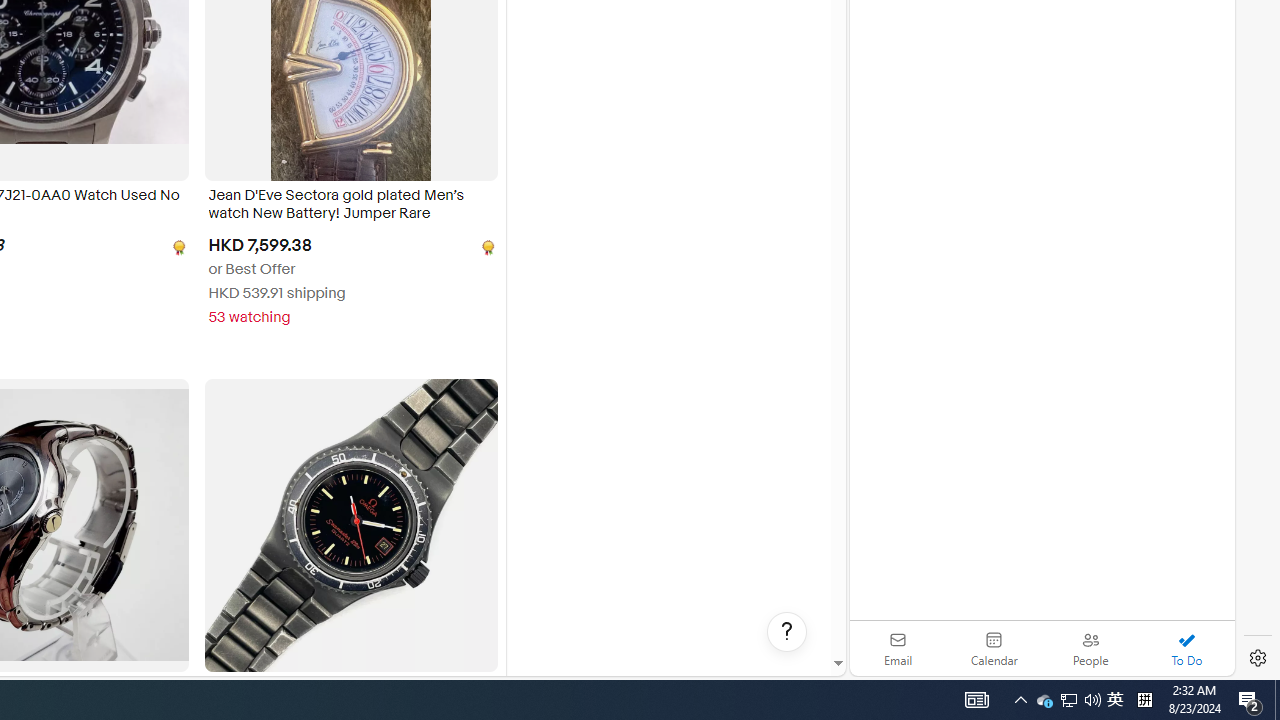 The height and width of the screenshot is (720, 1280). Describe the element at coordinates (1089, 648) in the screenshot. I see `'People'` at that location.